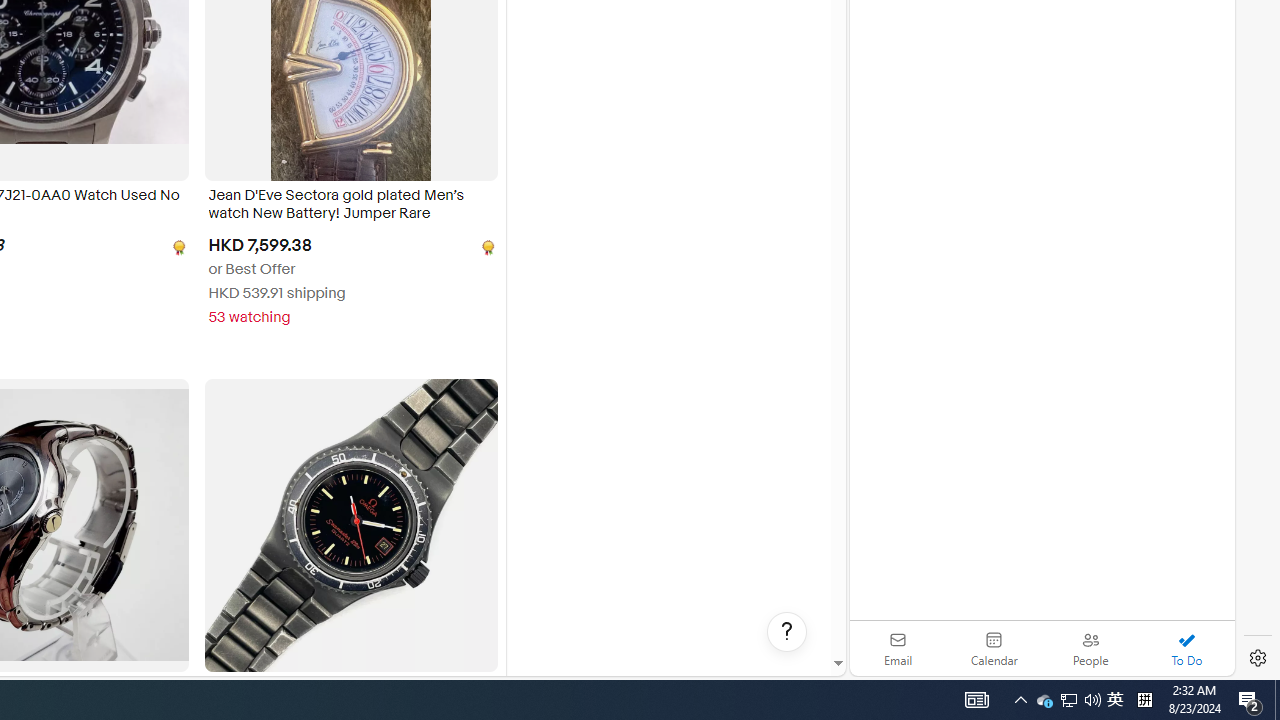 The height and width of the screenshot is (720, 1280). Describe the element at coordinates (1089, 648) in the screenshot. I see `'People'` at that location.